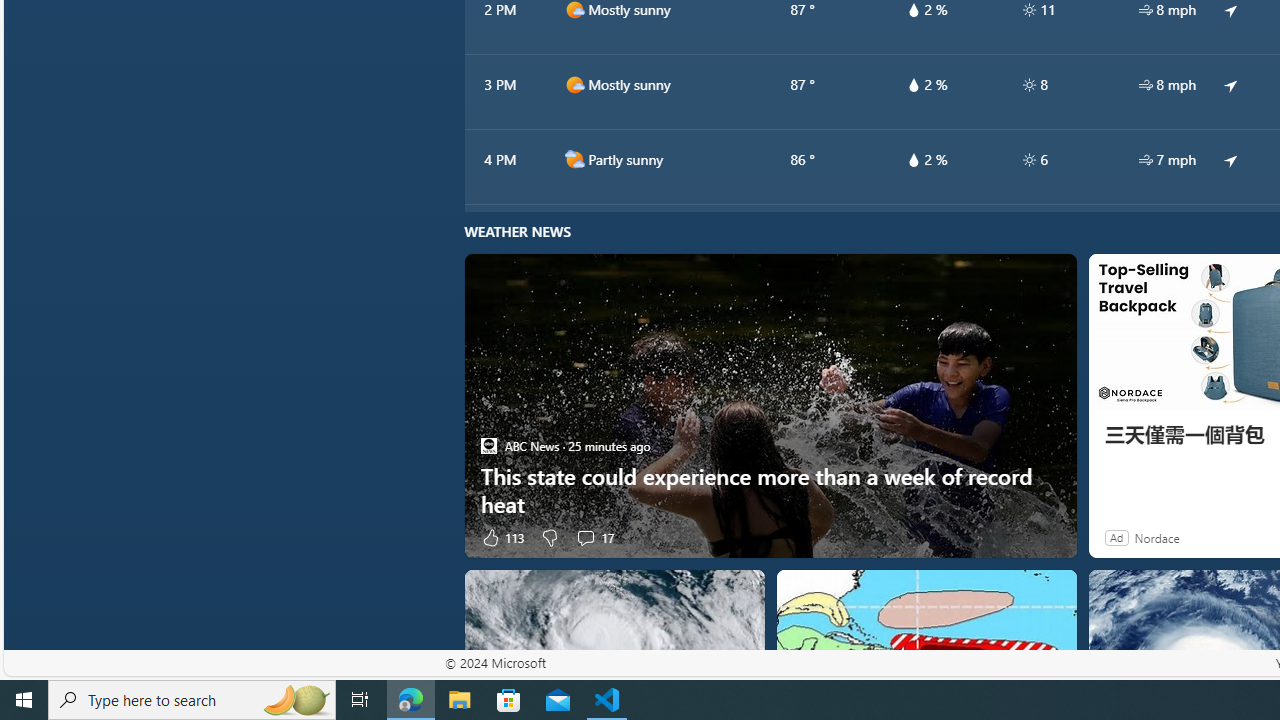 This screenshot has width=1280, height=720. Describe the element at coordinates (502, 536) in the screenshot. I see `'113 Like'` at that location.